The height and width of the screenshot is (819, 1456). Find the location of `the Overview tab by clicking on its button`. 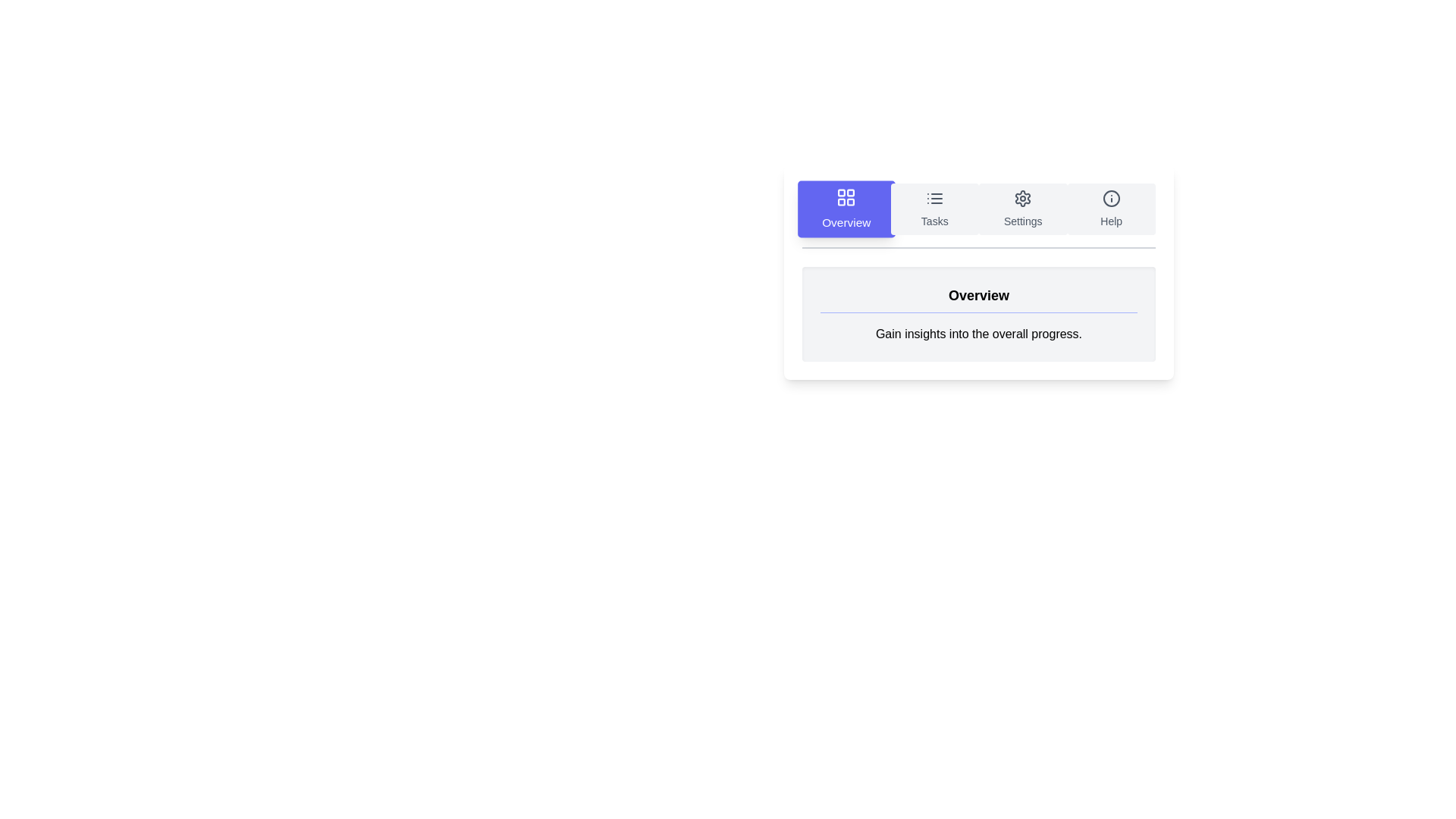

the Overview tab by clicking on its button is located at coordinates (846, 209).